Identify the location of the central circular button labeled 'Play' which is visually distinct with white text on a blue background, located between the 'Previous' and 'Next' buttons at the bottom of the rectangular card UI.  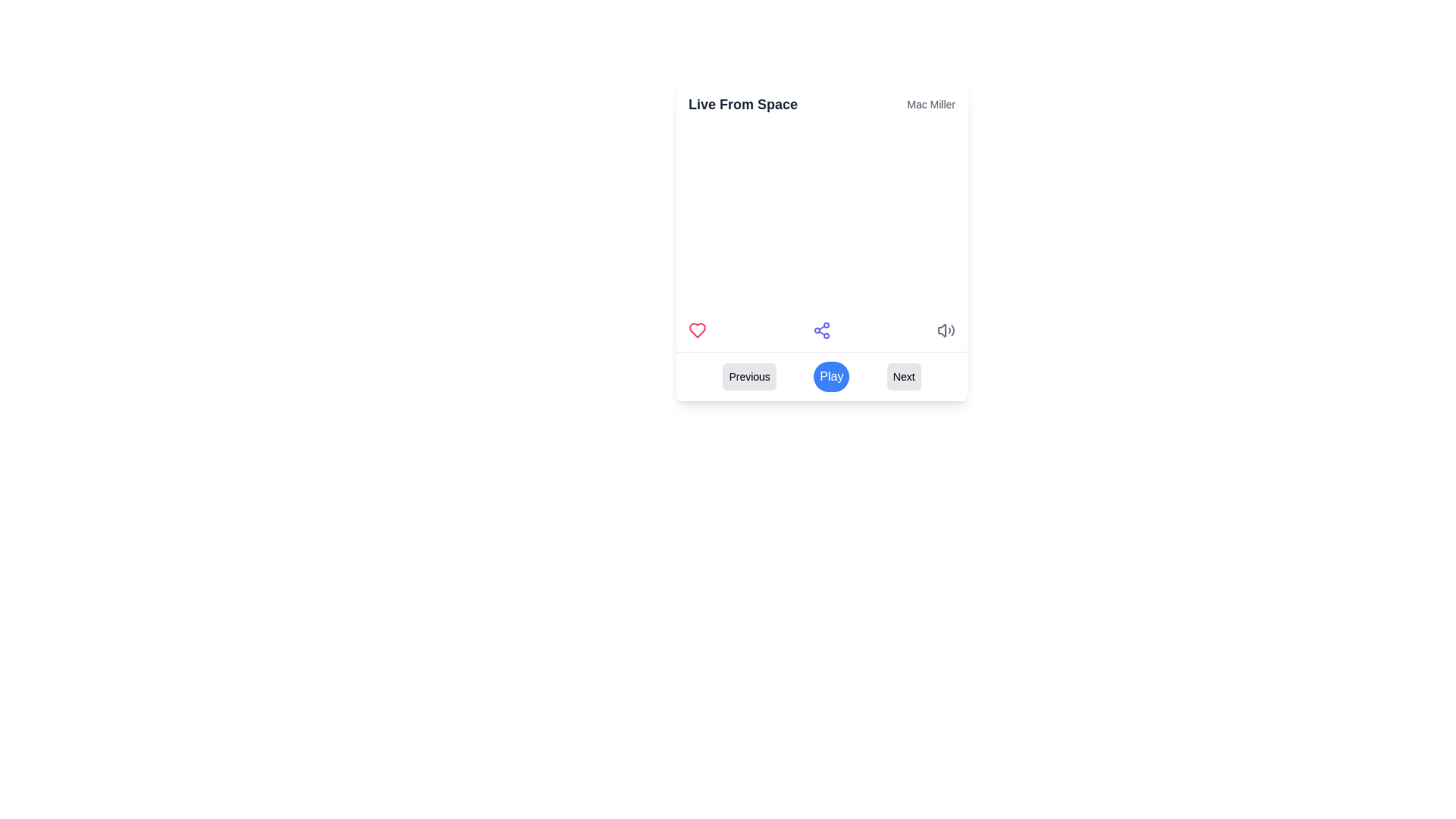
(821, 375).